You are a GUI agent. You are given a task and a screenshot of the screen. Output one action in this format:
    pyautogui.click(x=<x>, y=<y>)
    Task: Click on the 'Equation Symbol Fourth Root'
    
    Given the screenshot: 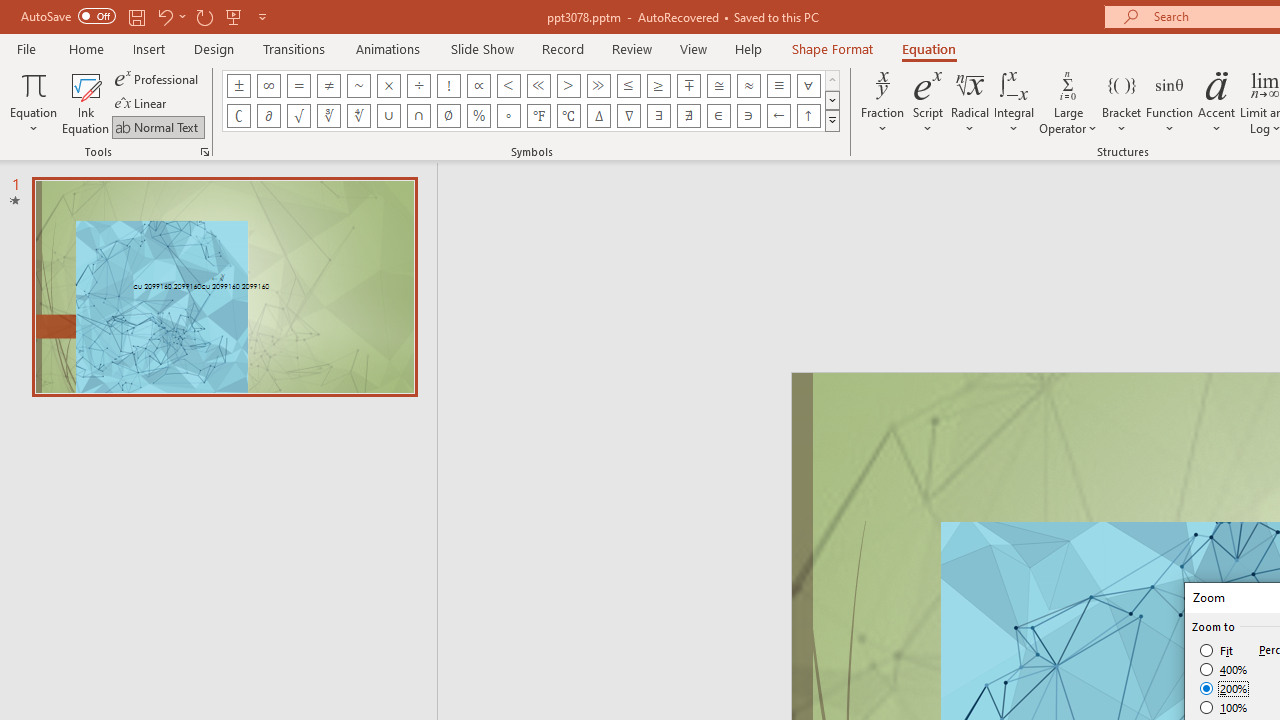 What is the action you would take?
    pyautogui.click(x=359, y=115)
    